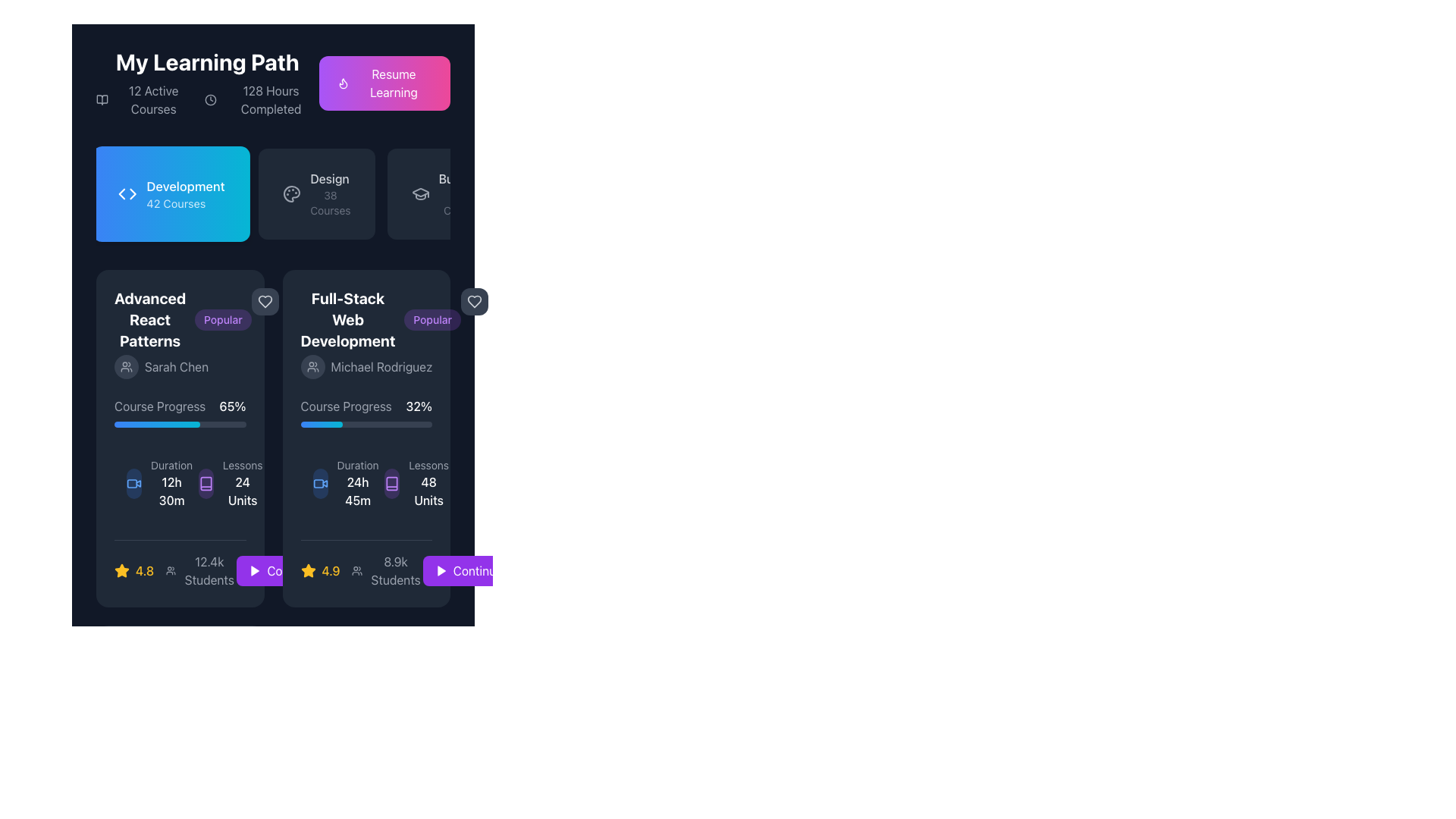  What do you see at coordinates (291, 570) in the screenshot?
I see `the button located at the bottom-right corner of the 'Full-Stack Web Development' course card` at bounding box center [291, 570].